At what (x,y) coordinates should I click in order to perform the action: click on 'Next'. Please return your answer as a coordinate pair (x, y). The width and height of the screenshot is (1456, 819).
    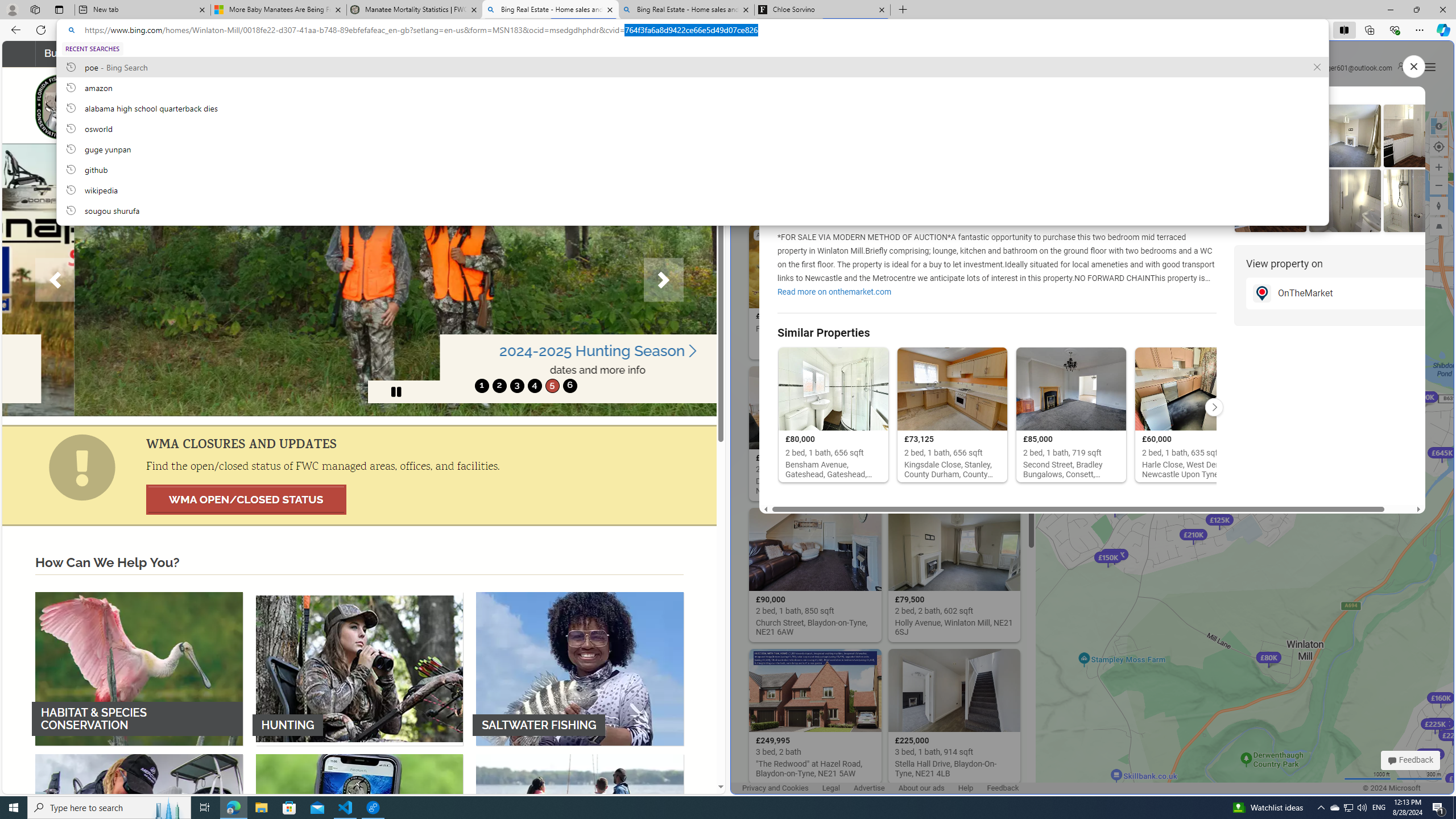
    Looking at the image, I should click on (663, 279).